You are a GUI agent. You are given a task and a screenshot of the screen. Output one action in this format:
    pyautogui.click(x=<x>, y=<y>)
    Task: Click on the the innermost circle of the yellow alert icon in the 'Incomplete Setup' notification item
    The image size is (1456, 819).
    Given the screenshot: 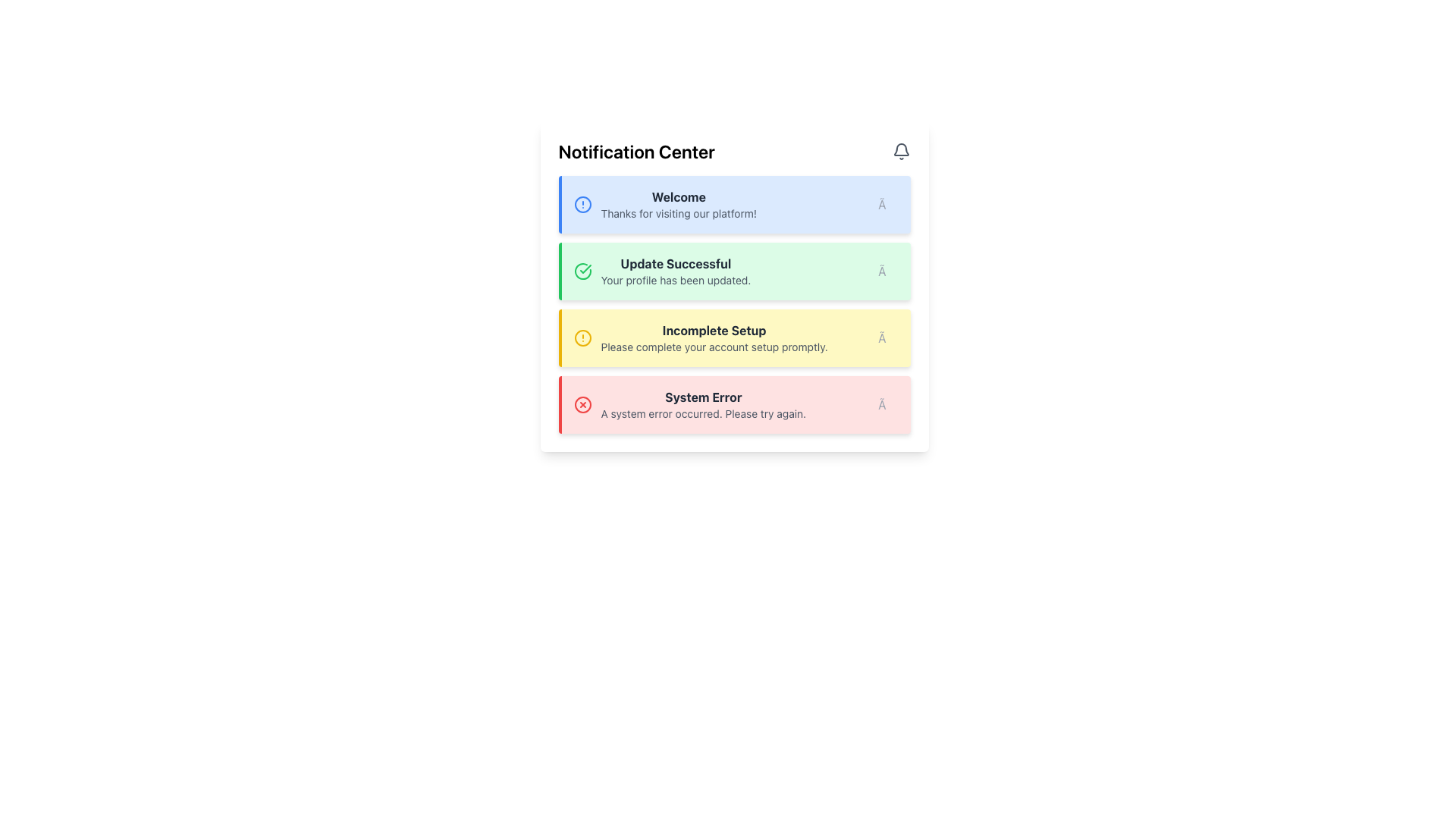 What is the action you would take?
    pyautogui.click(x=582, y=337)
    